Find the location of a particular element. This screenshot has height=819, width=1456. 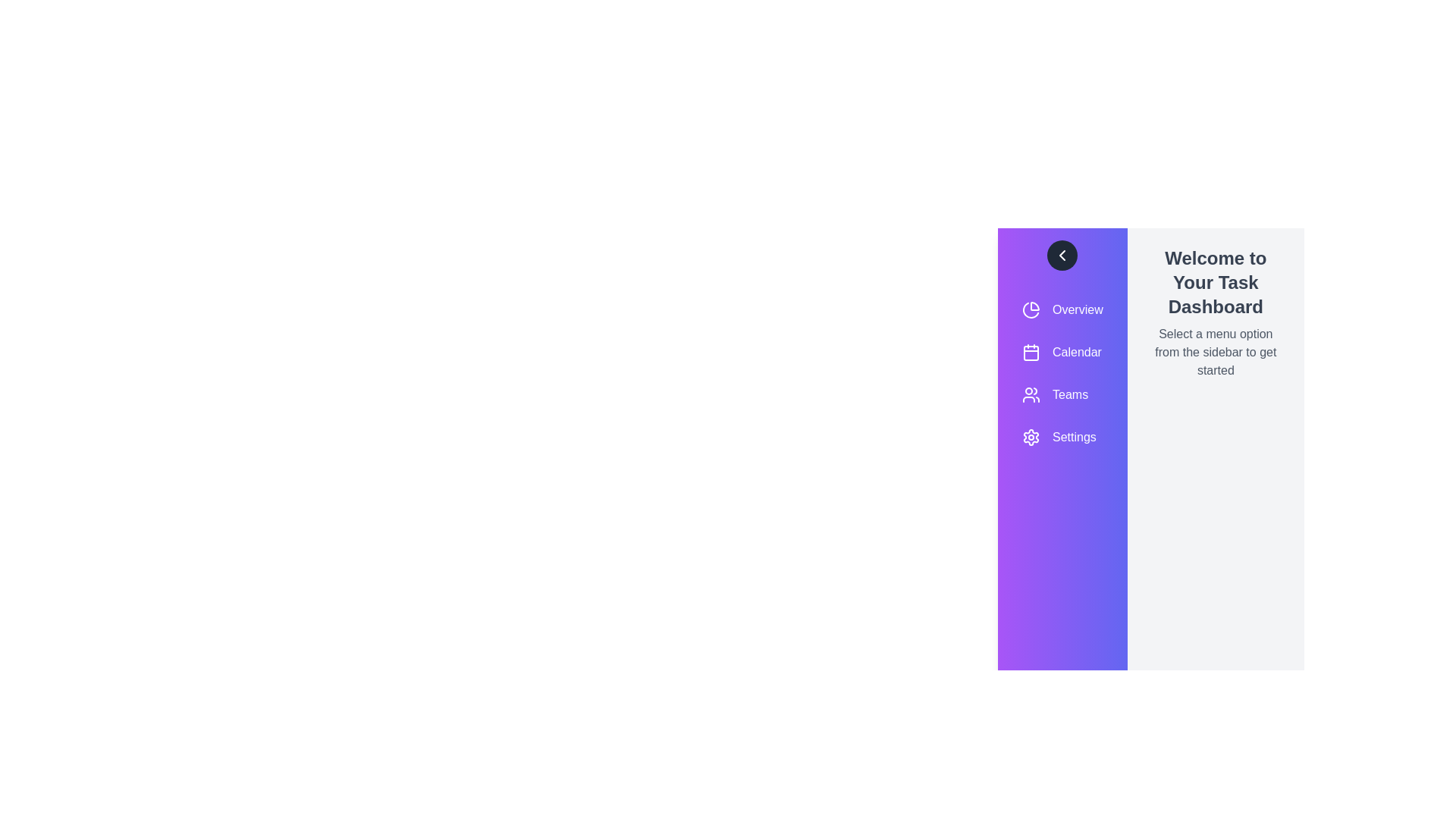

the menu item Calendar from the sidebar is located at coordinates (1062, 353).